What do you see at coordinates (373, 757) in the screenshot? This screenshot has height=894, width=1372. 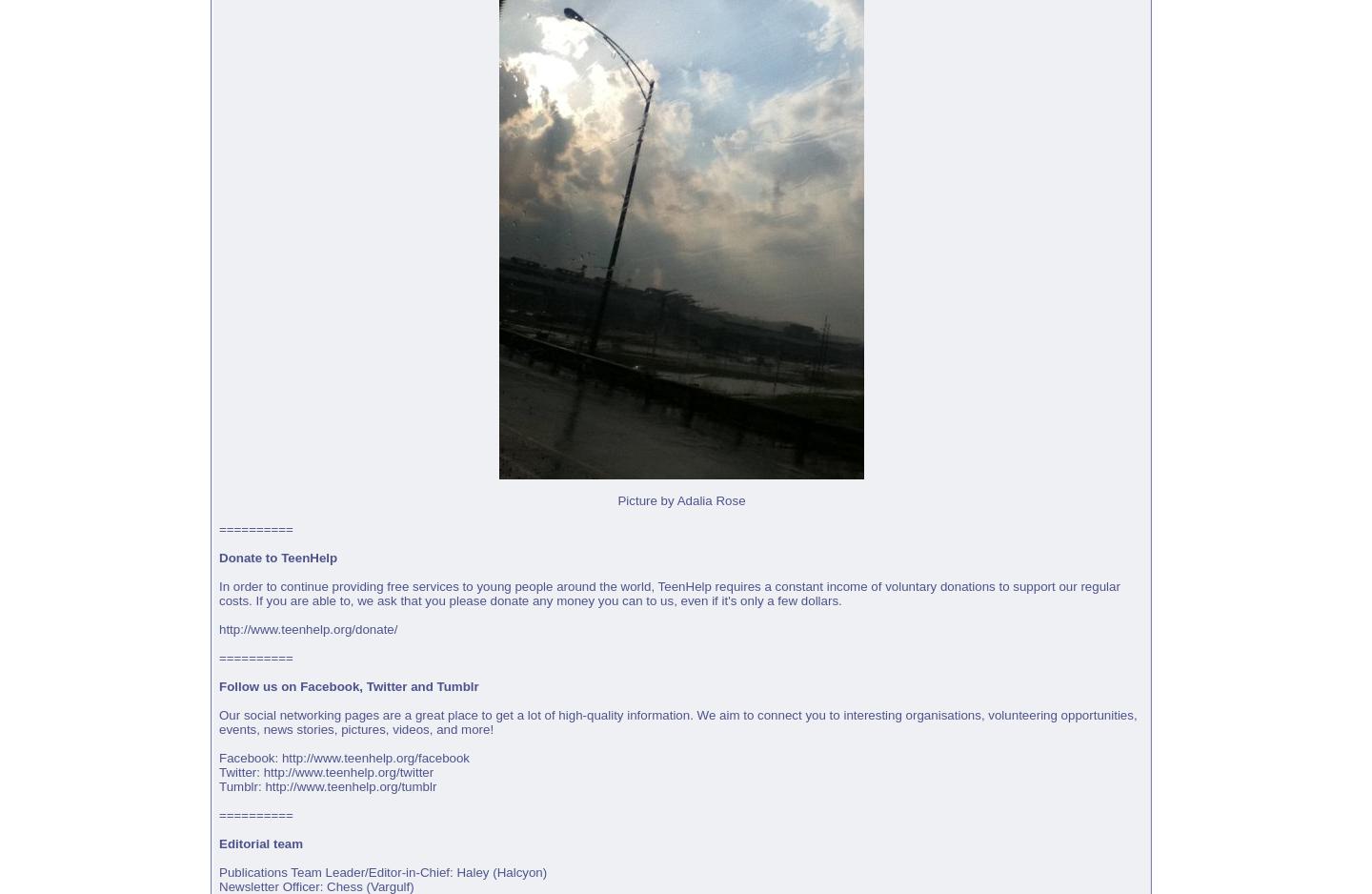 I see `'http://www.teenhelp.org/facebook'` at bounding box center [373, 757].